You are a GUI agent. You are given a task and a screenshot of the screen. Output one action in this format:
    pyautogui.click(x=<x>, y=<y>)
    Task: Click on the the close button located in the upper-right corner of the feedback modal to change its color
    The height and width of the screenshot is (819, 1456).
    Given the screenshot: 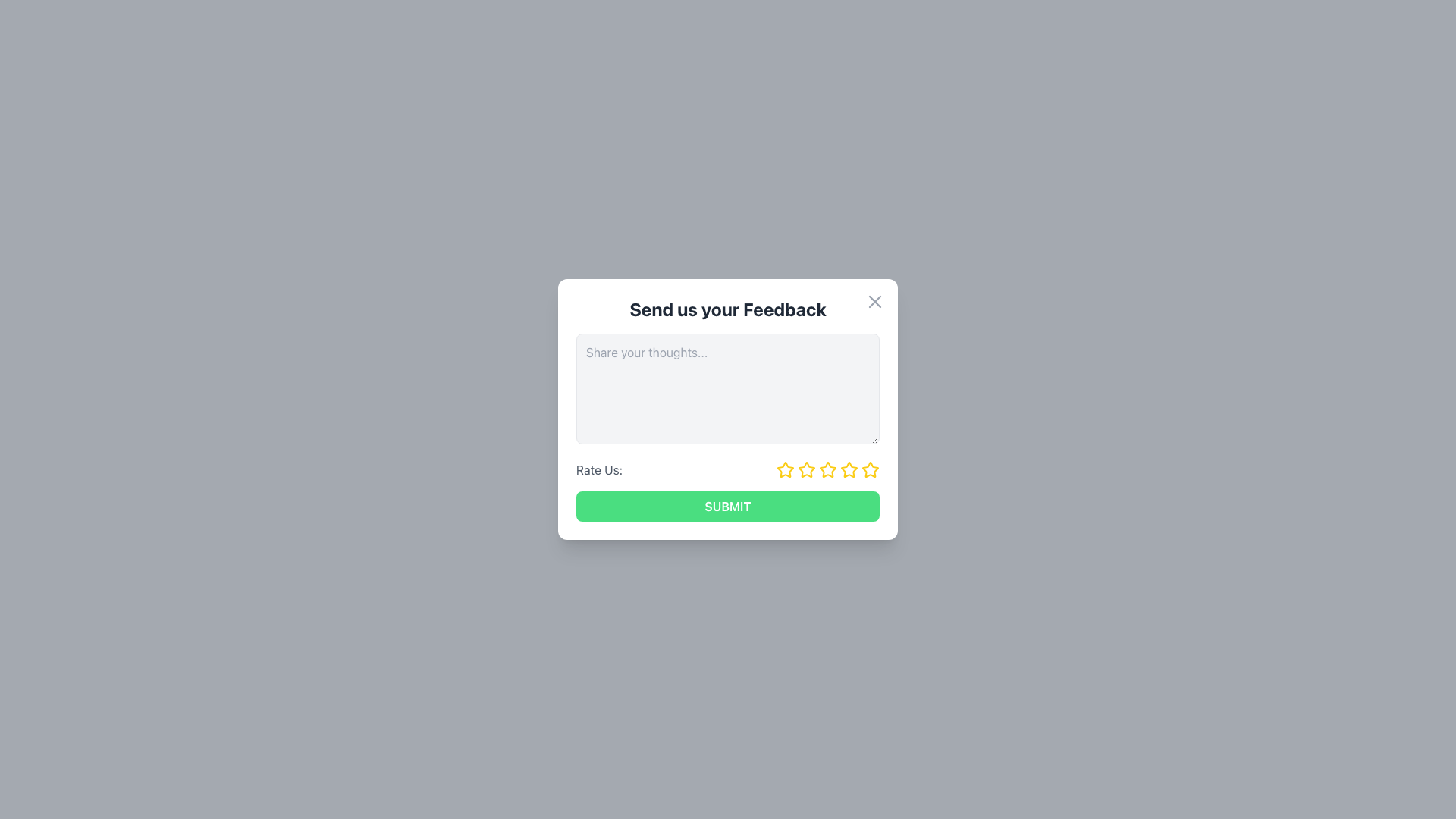 What is the action you would take?
    pyautogui.click(x=874, y=301)
    